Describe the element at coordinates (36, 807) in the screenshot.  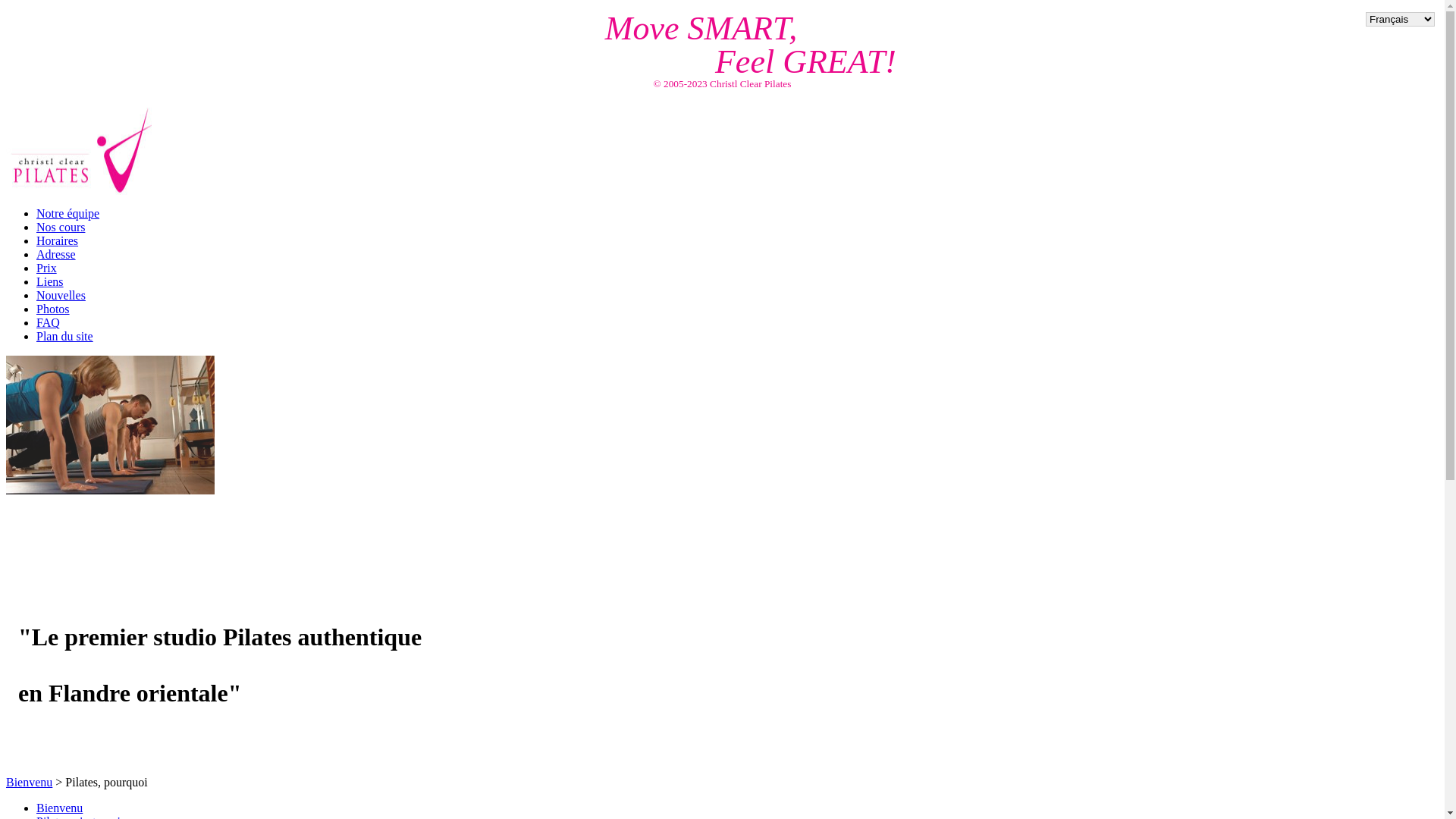
I see `'Bienvenu'` at that location.